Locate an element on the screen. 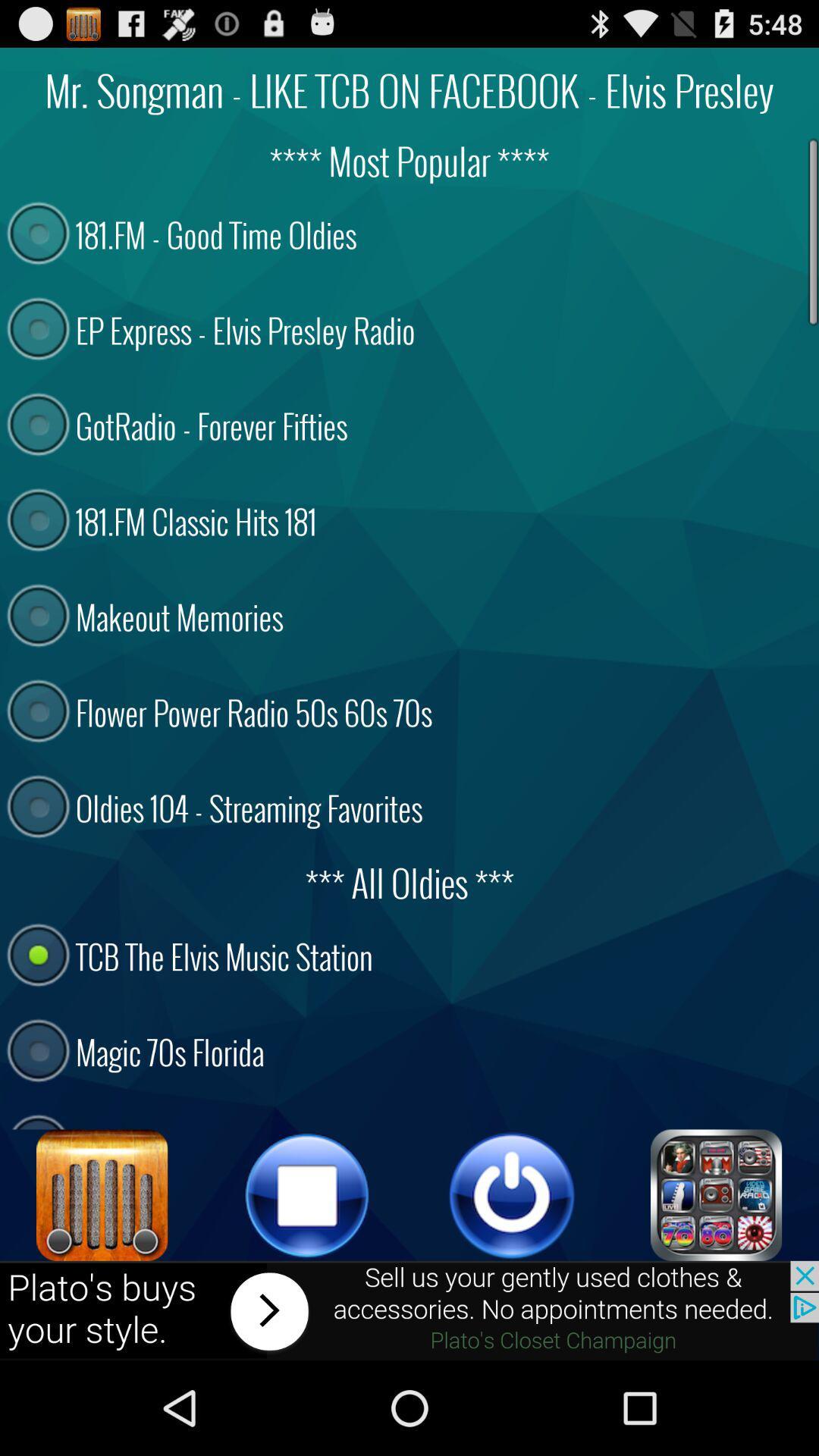 The width and height of the screenshot is (819, 1456). pause button is located at coordinates (307, 1194).